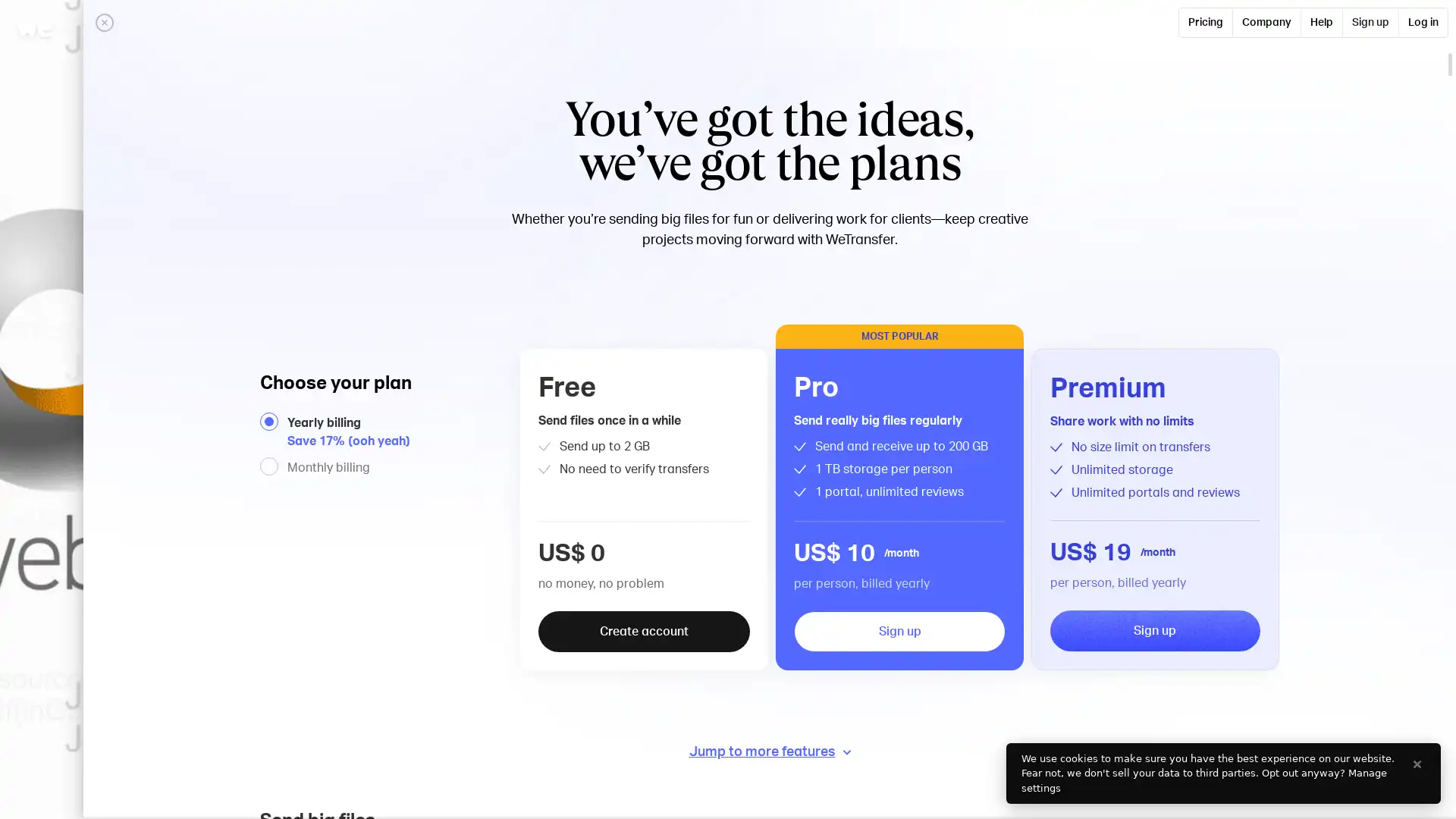 This screenshot has height=819, width=1456. I want to click on Jump to more features, so click(769, 752).